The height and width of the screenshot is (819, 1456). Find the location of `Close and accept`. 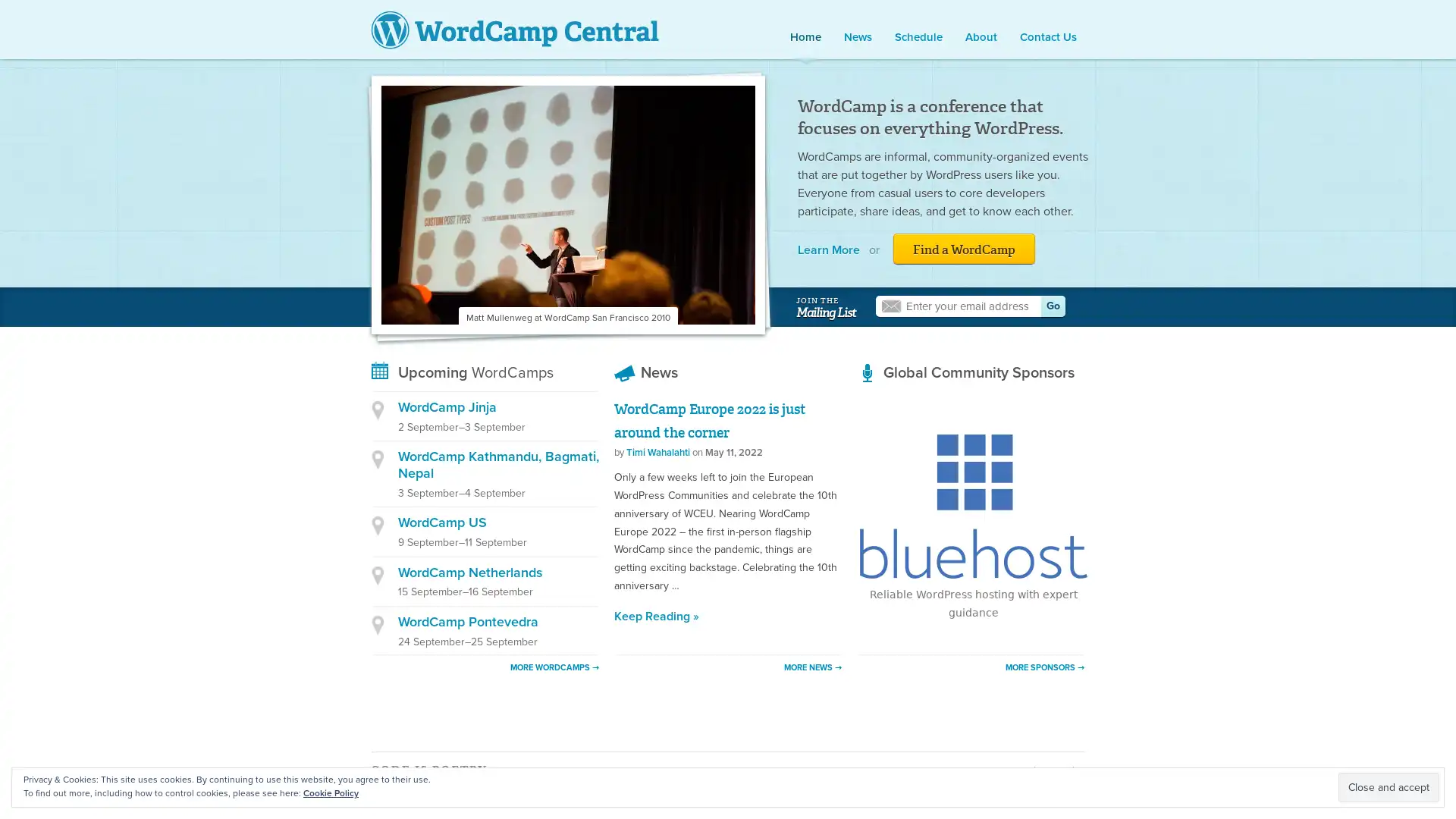

Close and accept is located at coordinates (1389, 786).